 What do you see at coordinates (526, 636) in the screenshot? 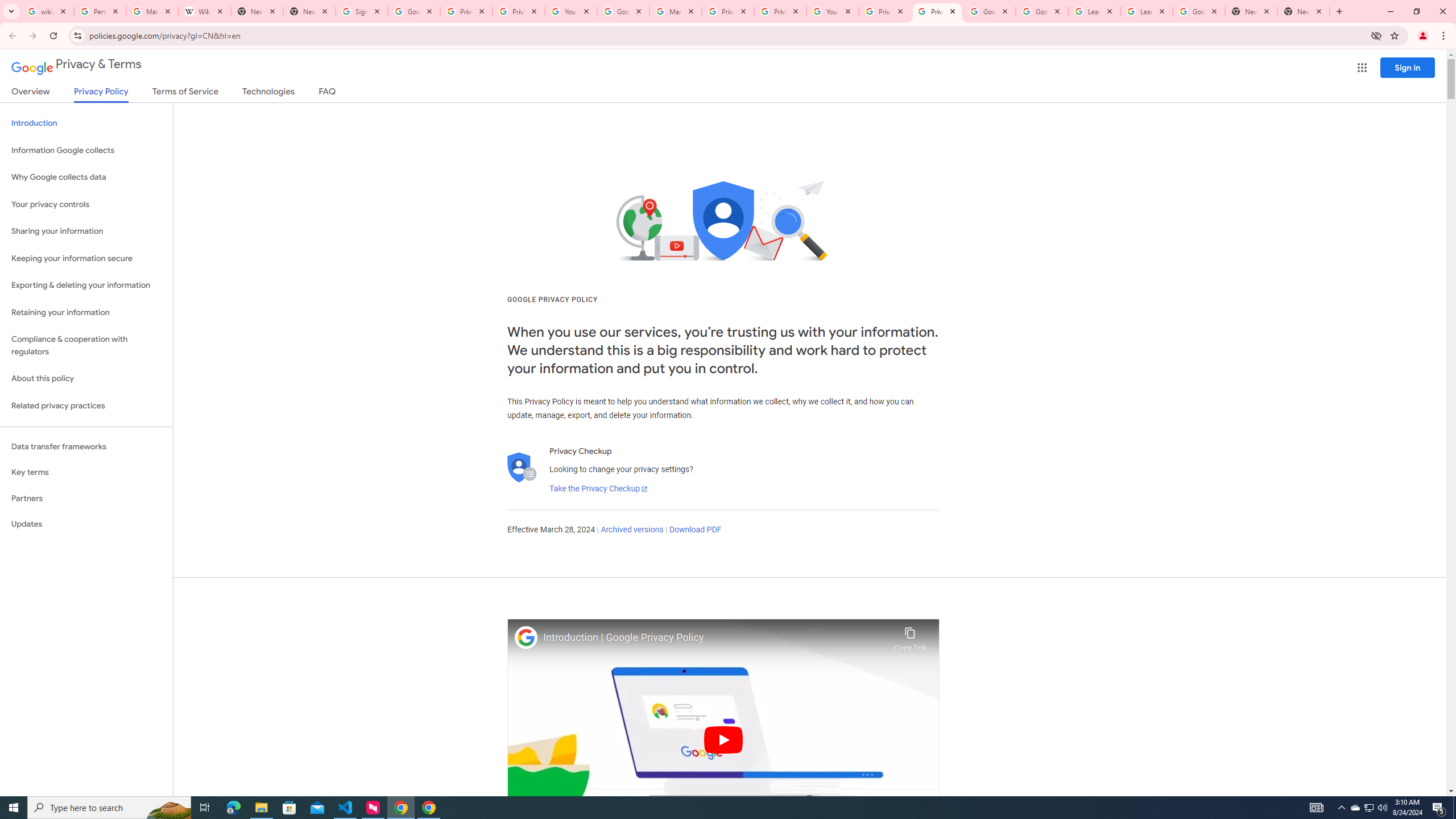
I see `'Photo image of Google'` at bounding box center [526, 636].